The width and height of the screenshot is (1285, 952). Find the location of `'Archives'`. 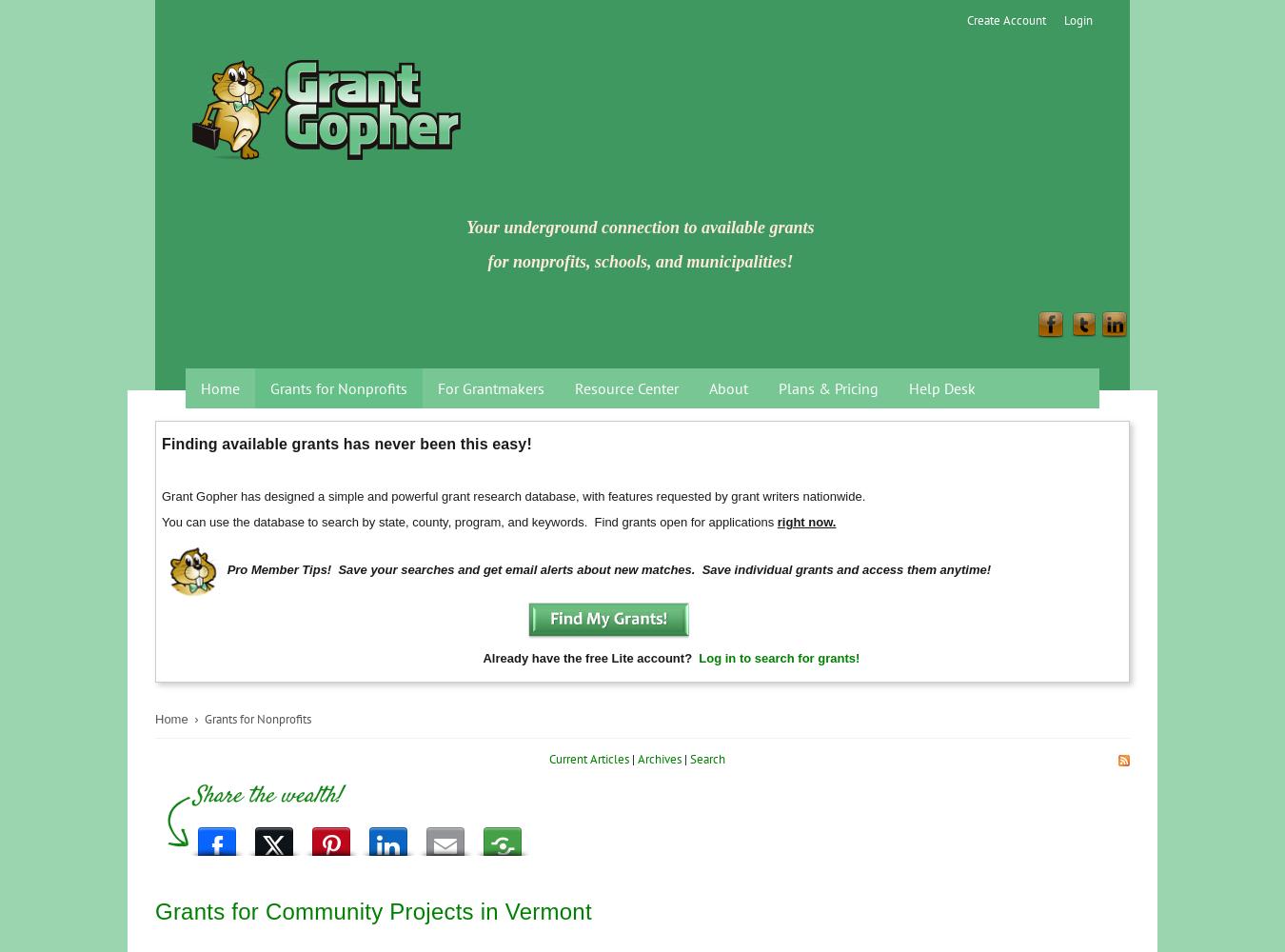

'Archives' is located at coordinates (637, 758).